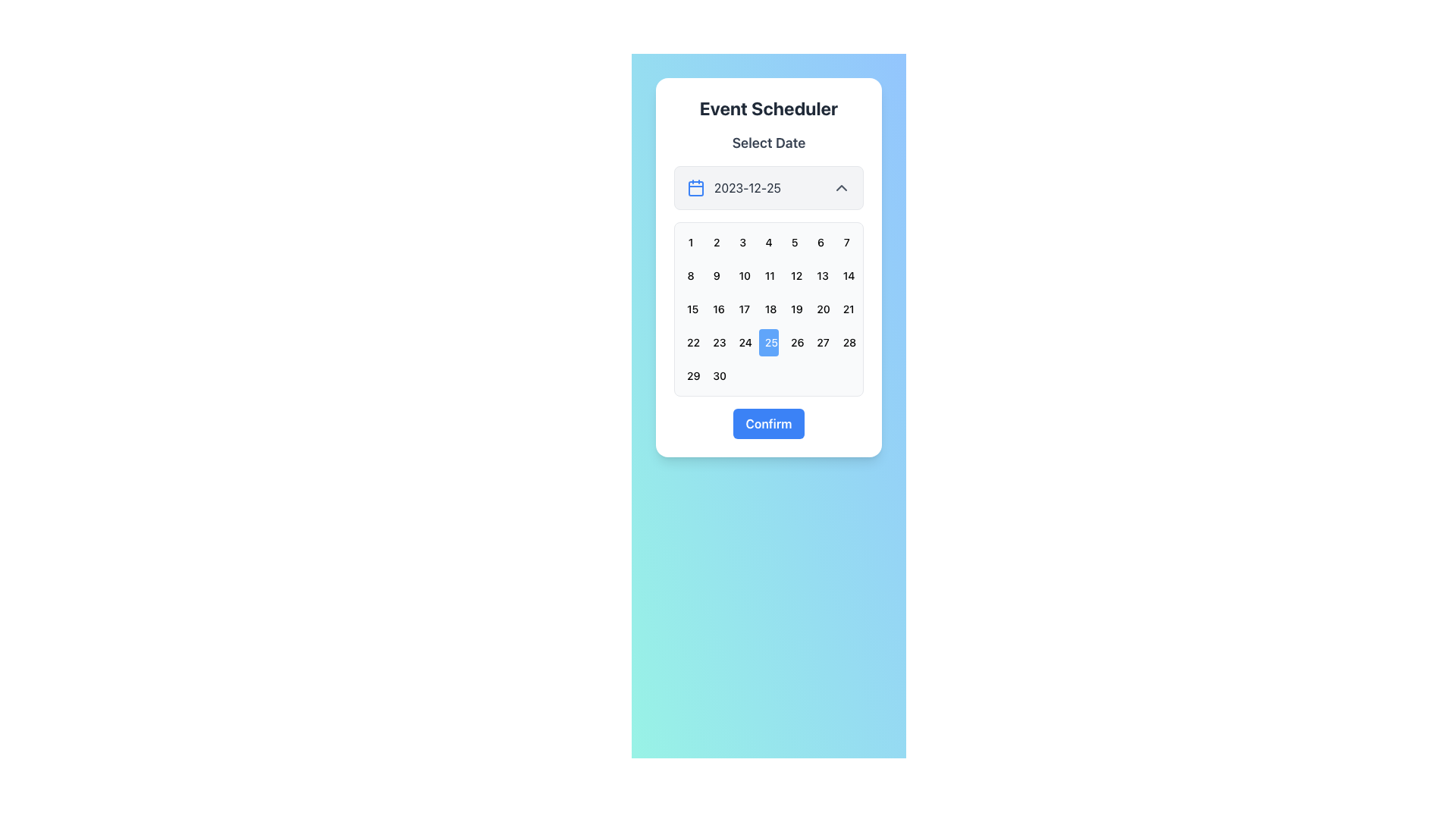 This screenshot has width=1456, height=819. Describe the element at coordinates (690, 342) in the screenshot. I see `the calendar day button displaying the number '22', located` at that location.